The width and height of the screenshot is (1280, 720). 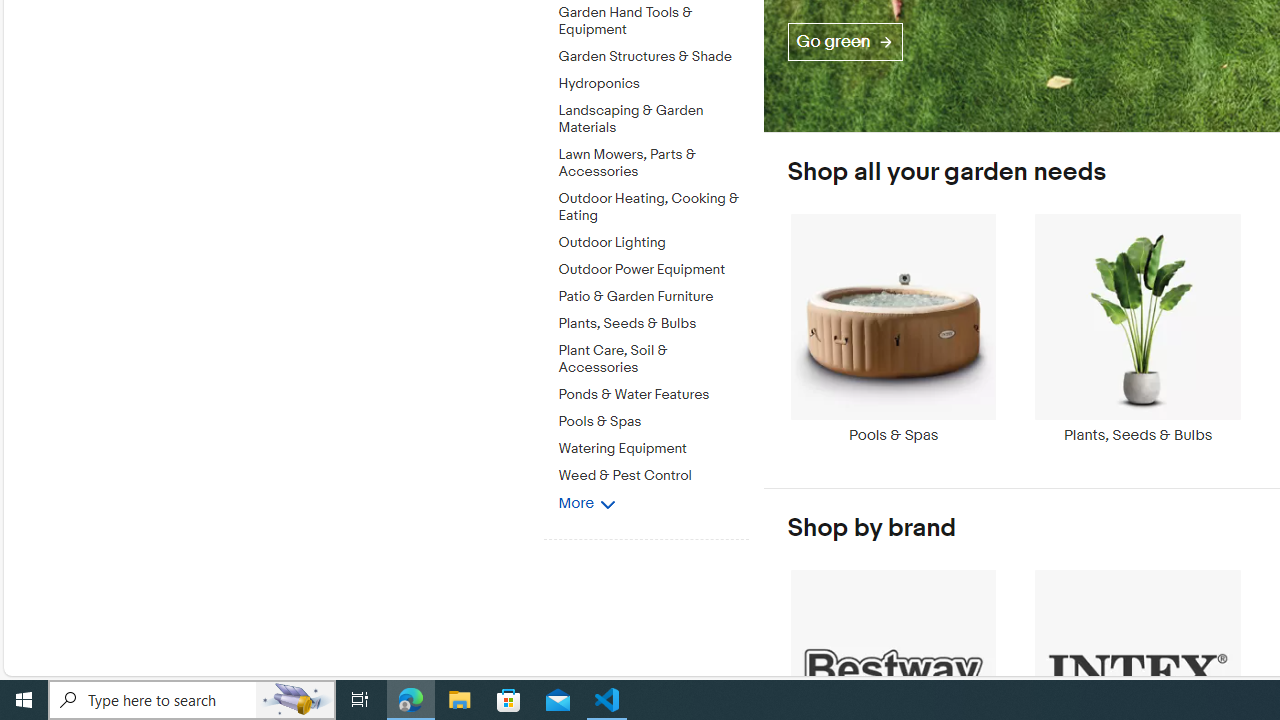 I want to click on 'Weed & Pest Control', so click(x=653, y=472).